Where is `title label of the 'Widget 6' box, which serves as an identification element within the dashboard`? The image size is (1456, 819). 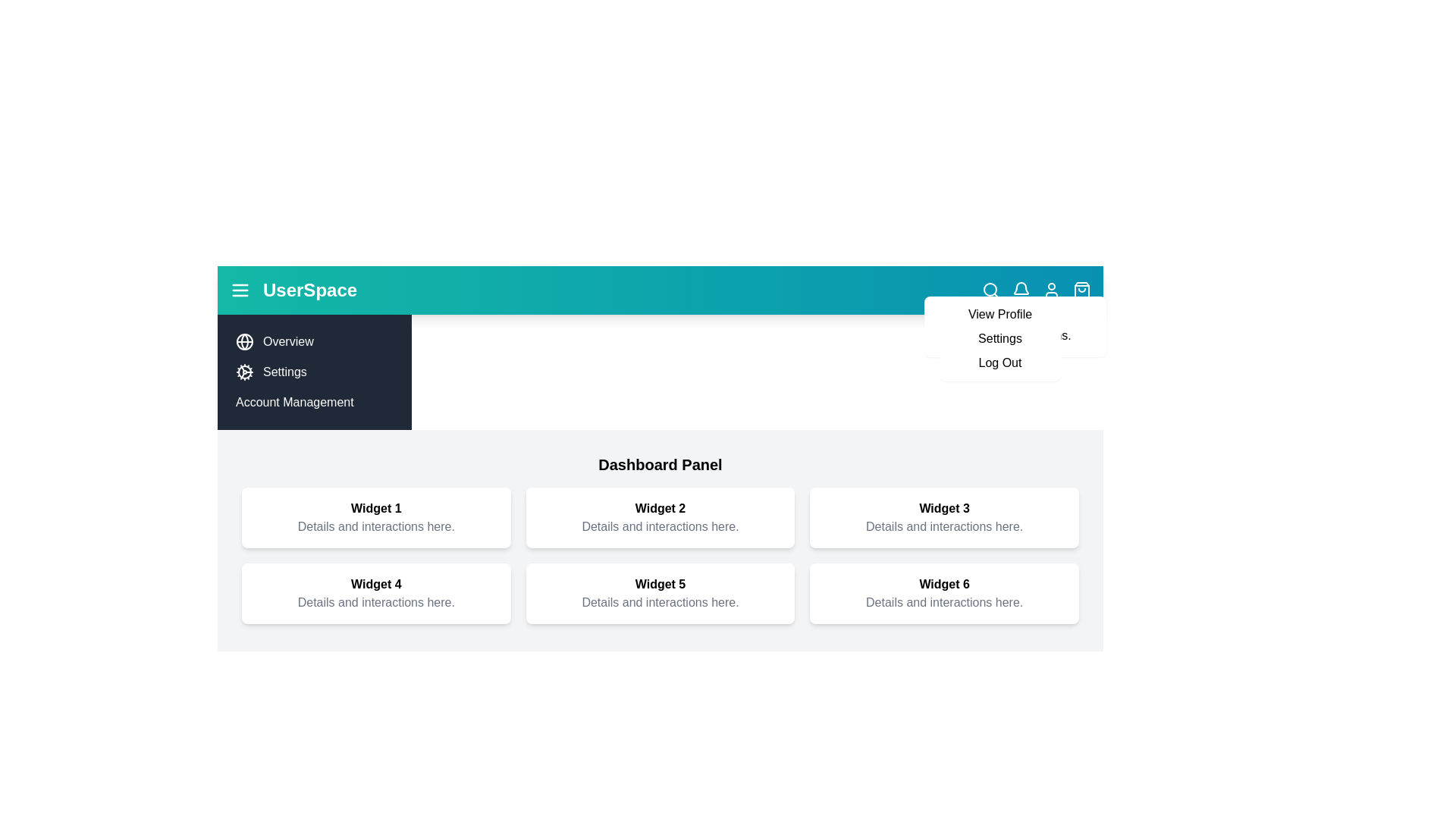 title label of the 'Widget 6' box, which serves as an identification element within the dashboard is located at coordinates (943, 584).